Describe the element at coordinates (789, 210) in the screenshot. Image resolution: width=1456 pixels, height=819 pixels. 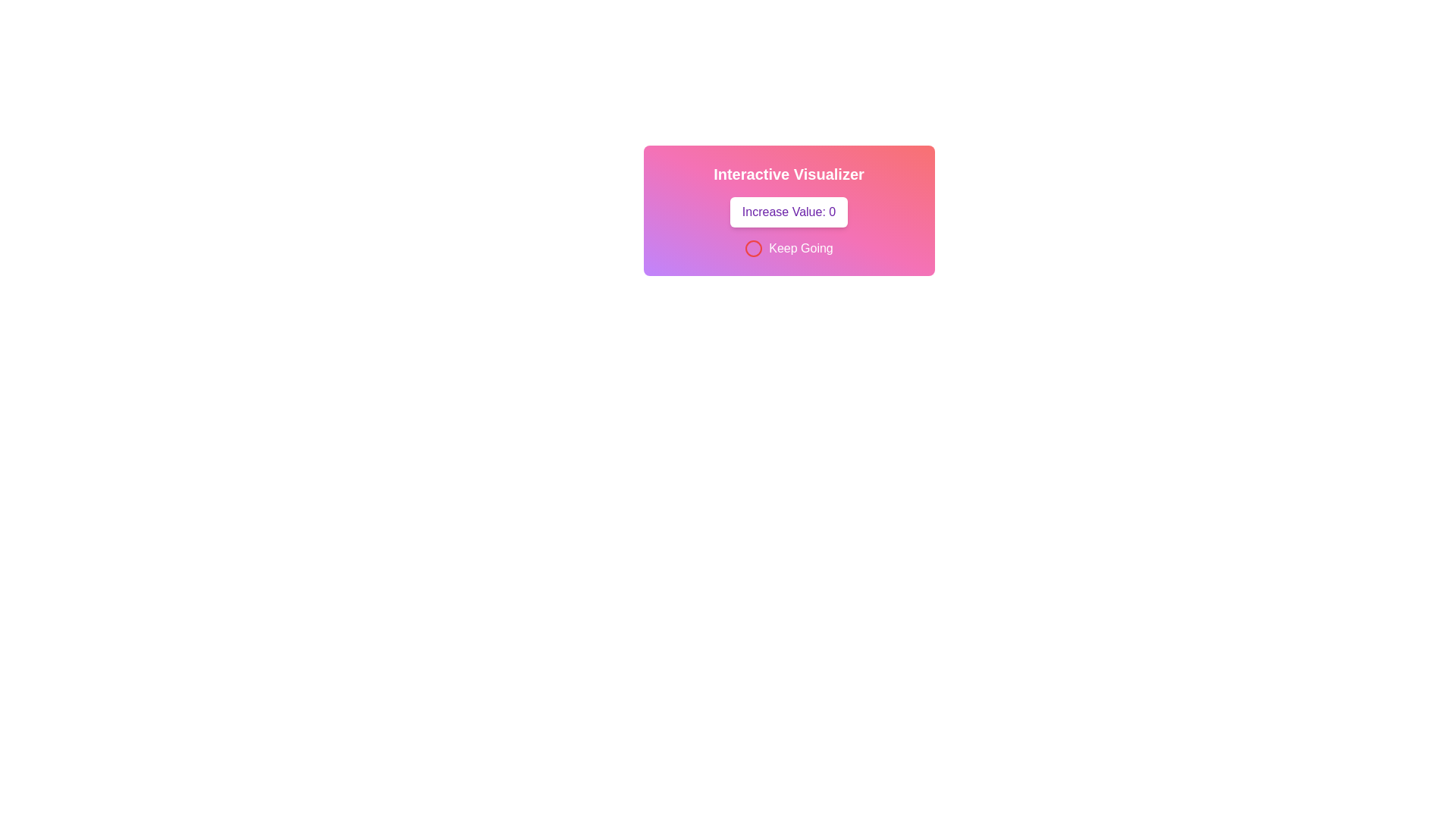
I see `the interactive widget that displays and modifies a value` at that location.